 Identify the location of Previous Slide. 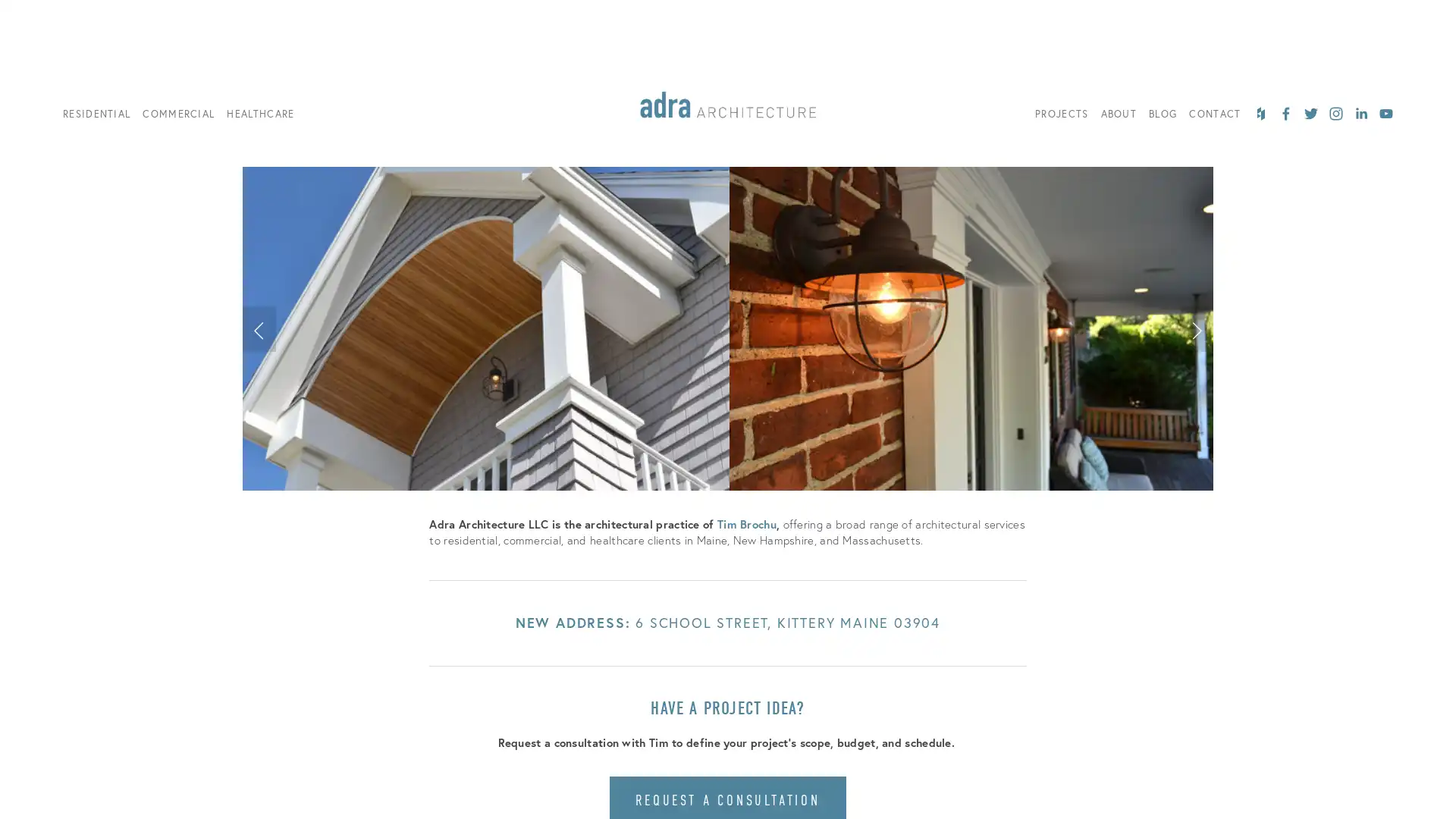
(259, 327).